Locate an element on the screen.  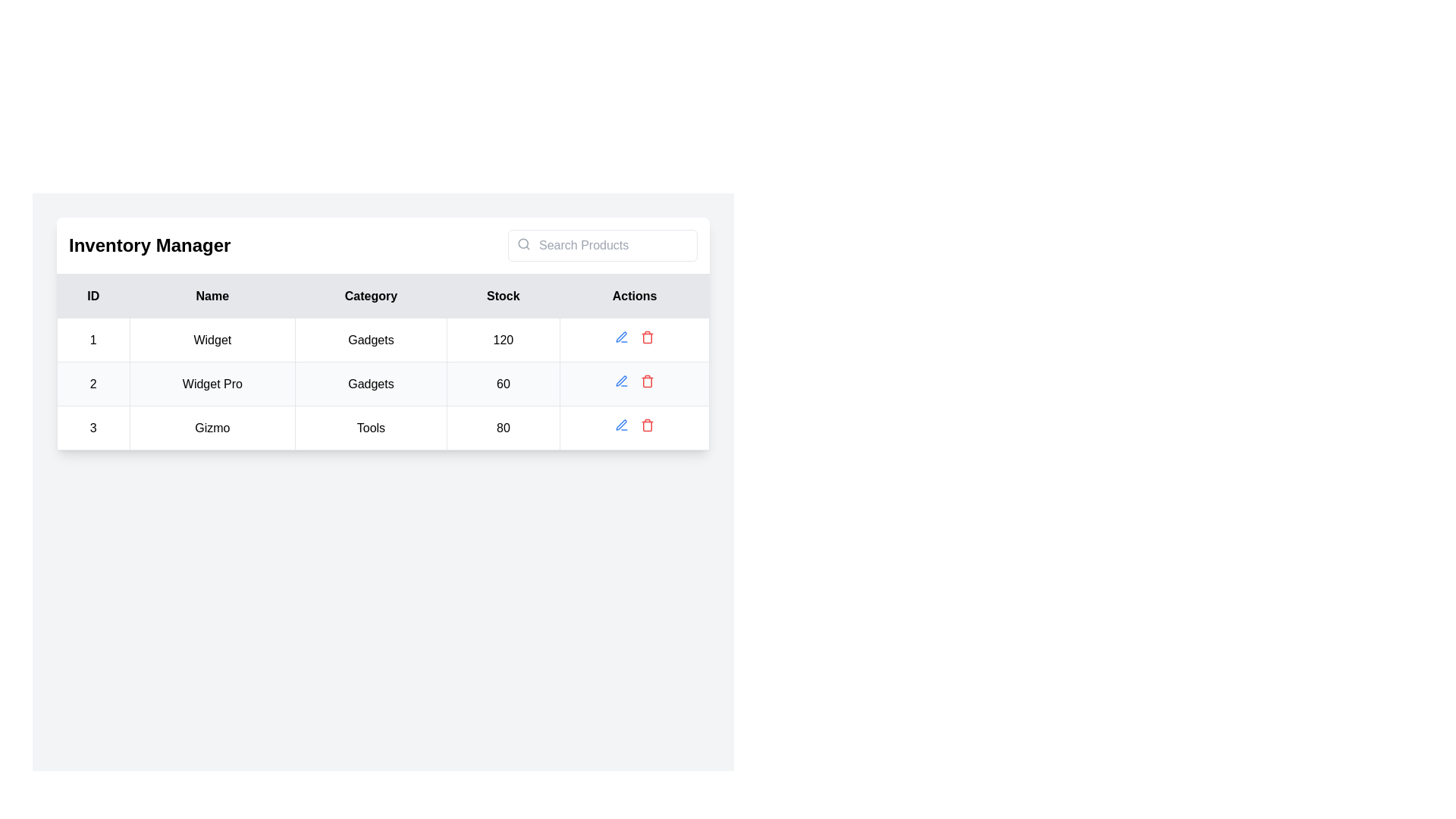
the text-based identifier representing the number '1', which is located in the first column of the first row under the 'ID' heading in a tabular layout is located at coordinates (93, 339).